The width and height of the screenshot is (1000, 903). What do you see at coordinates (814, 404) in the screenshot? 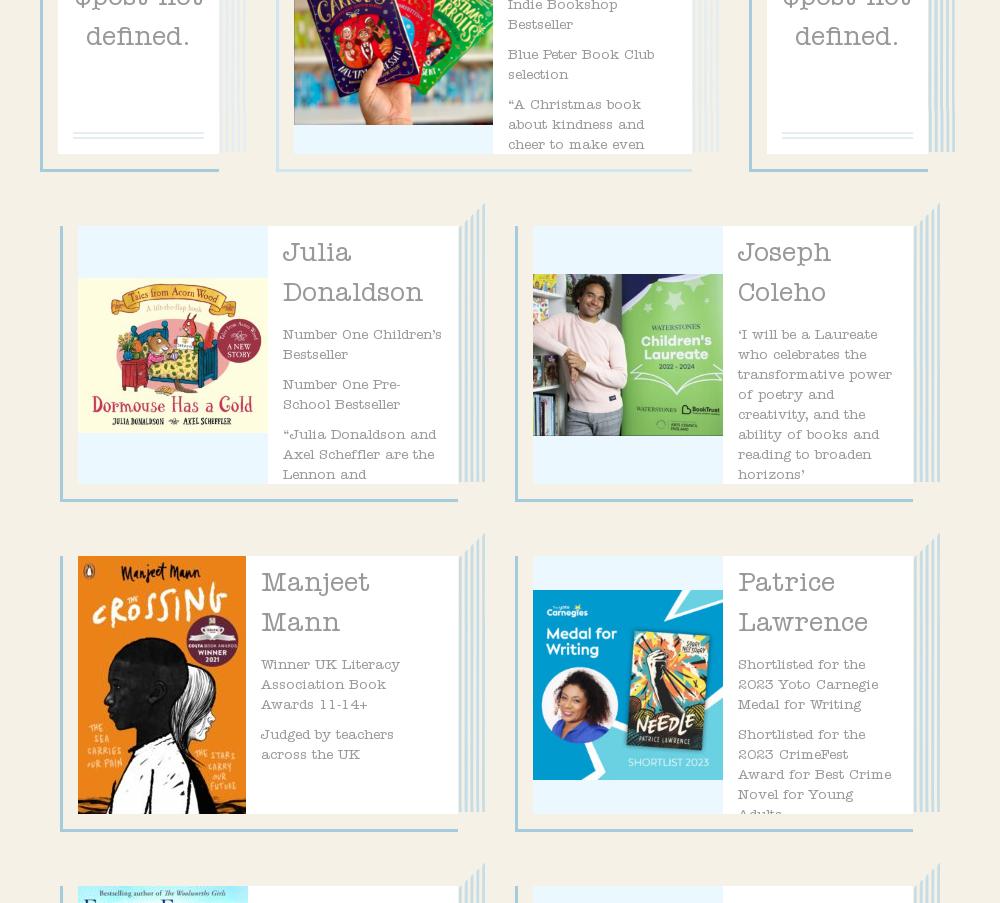
I see `'‘I will be a Laureate who celebrates the transformative power of poetry and creativity, and the ability of books and reading to broaden horizons’'` at bounding box center [814, 404].